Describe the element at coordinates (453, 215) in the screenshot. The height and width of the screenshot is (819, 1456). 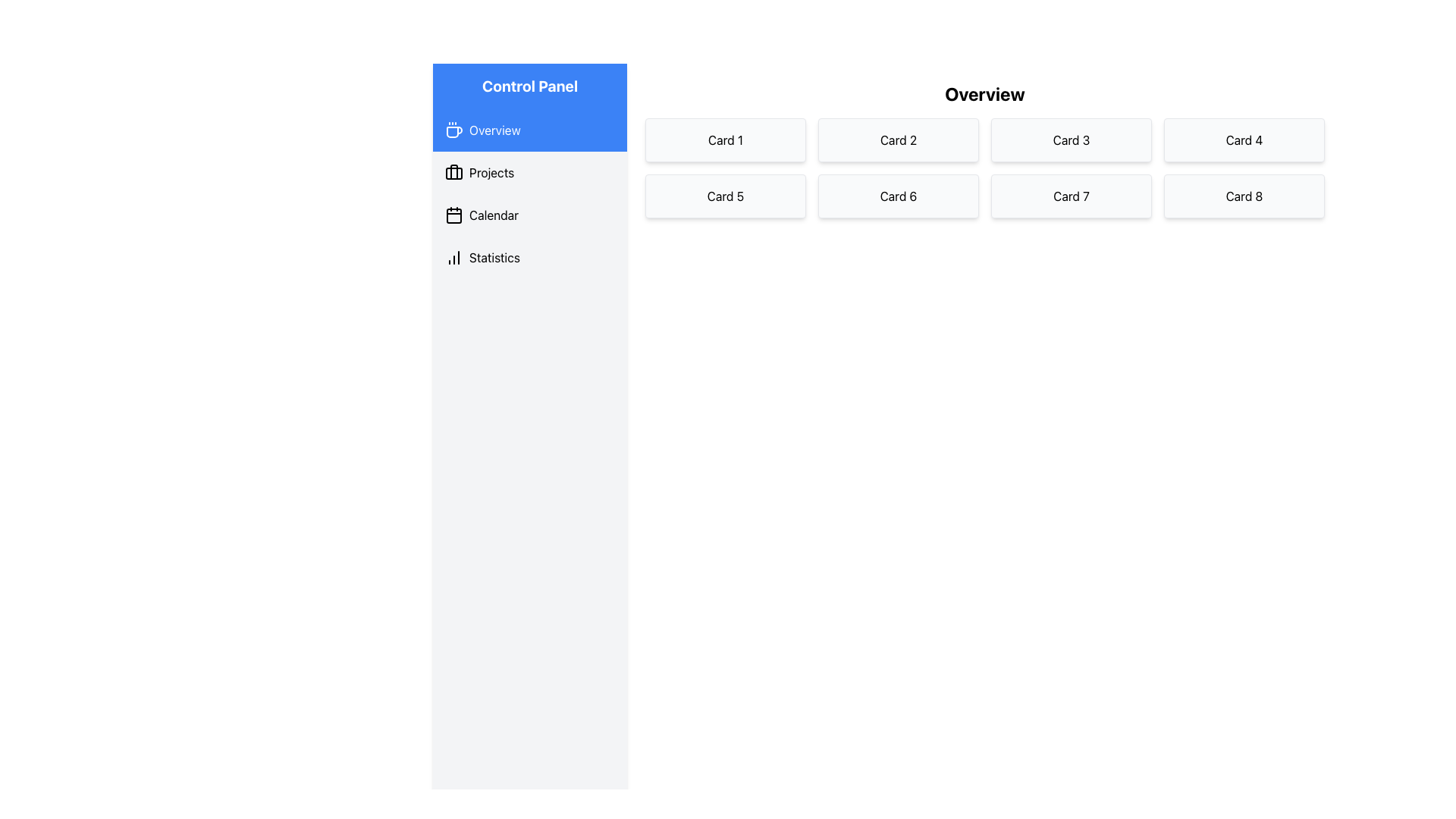
I see `the calendar icon located in the vertical navigation menu, which is the third item in the list` at that location.